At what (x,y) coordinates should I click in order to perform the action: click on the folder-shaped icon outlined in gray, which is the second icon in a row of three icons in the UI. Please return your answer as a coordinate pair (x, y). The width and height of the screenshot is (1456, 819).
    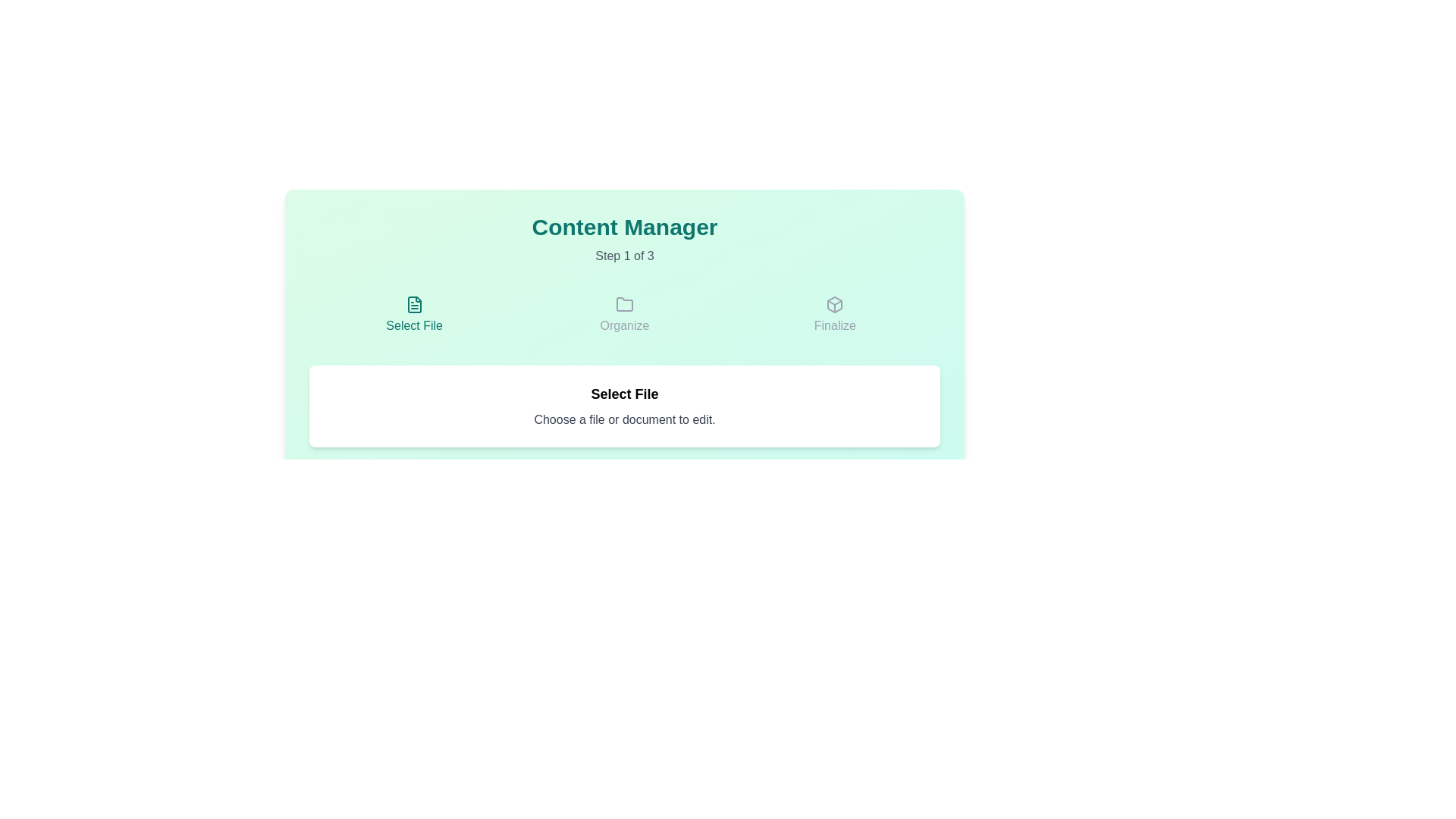
    Looking at the image, I should click on (625, 304).